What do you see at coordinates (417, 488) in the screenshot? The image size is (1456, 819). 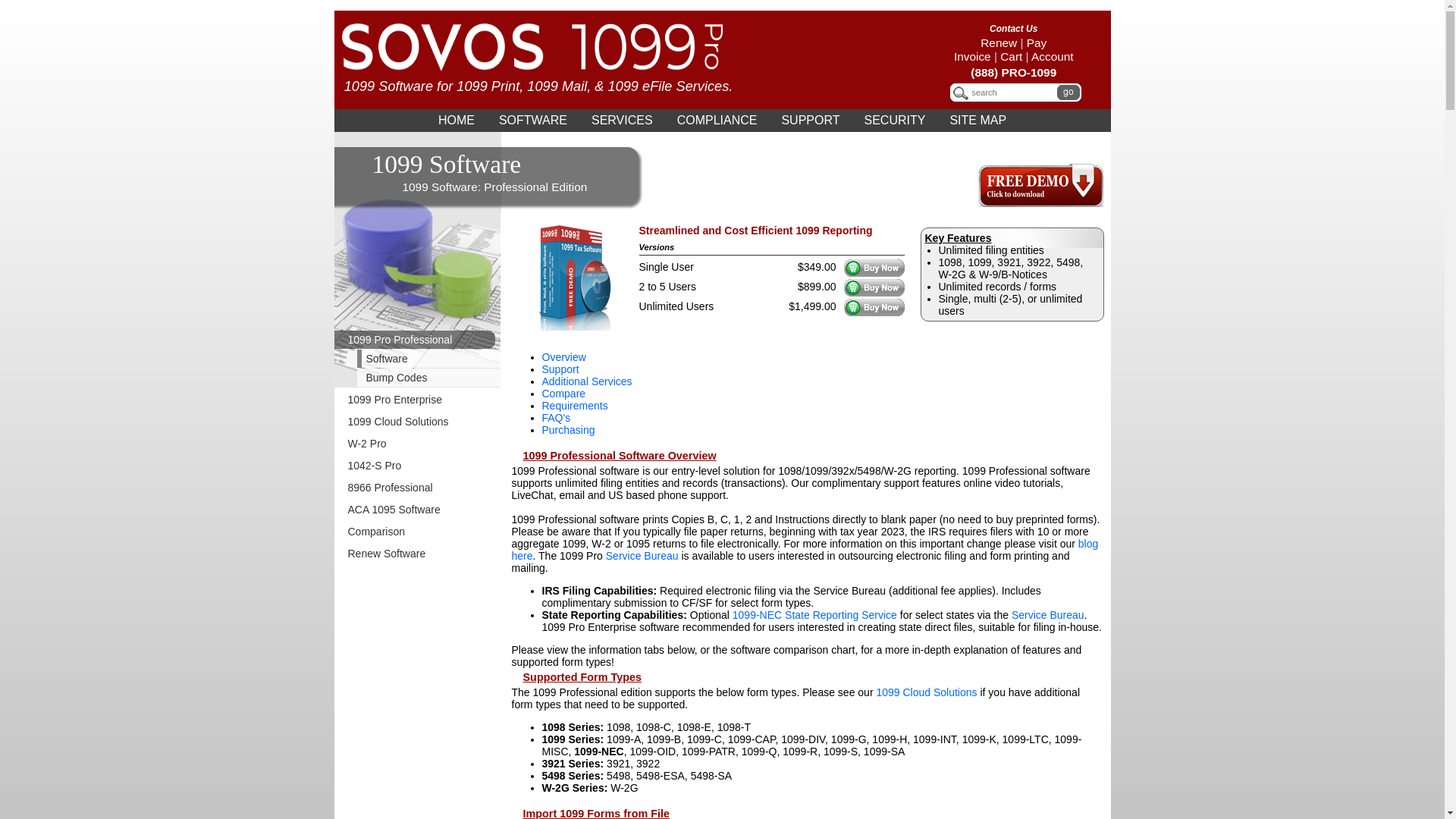 I see `'8966 Professional'` at bounding box center [417, 488].